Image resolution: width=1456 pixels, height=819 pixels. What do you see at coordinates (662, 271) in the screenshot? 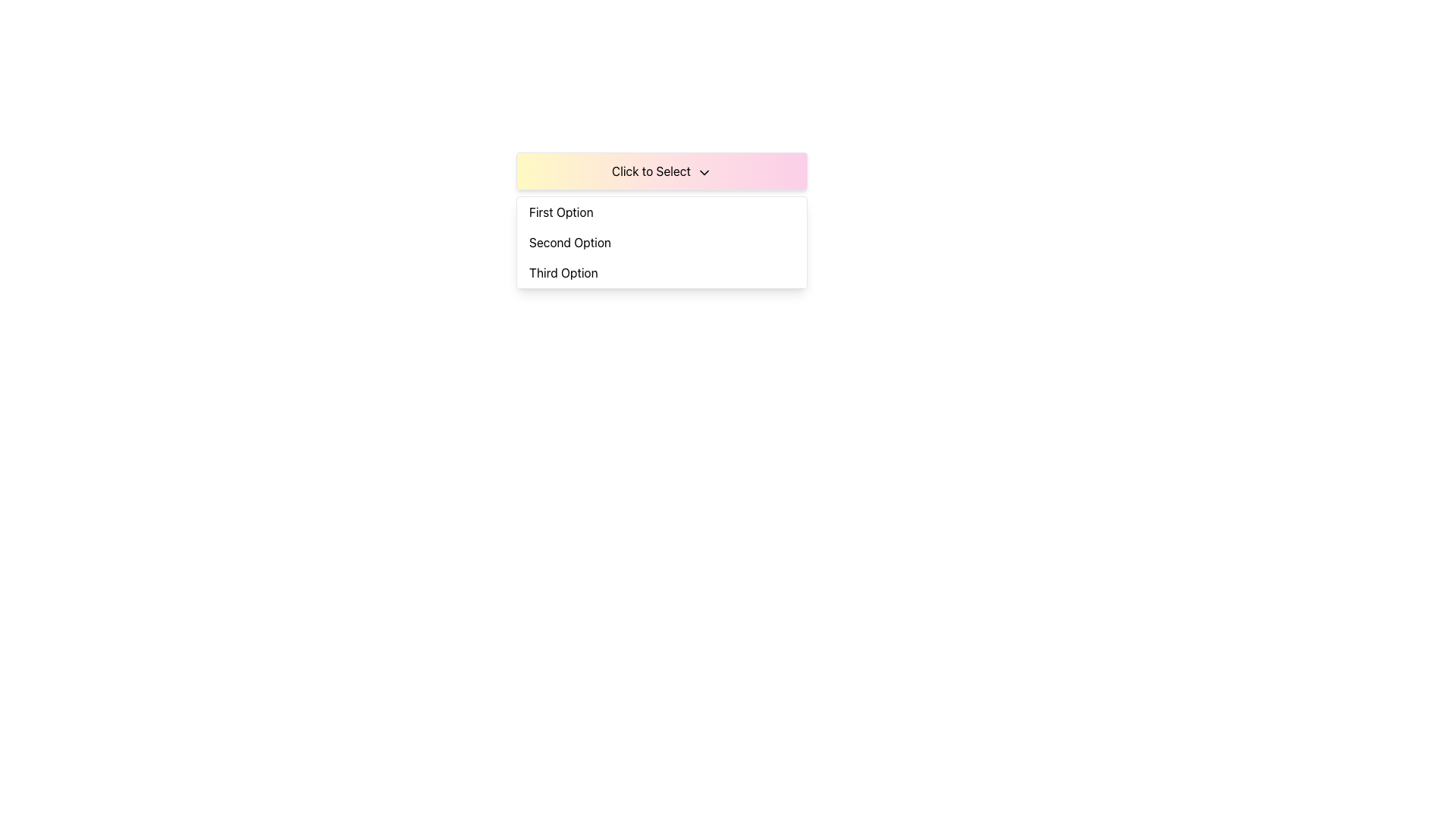
I see `the third item in the dropdown menu, which is positioned below 'Second Option'` at bounding box center [662, 271].